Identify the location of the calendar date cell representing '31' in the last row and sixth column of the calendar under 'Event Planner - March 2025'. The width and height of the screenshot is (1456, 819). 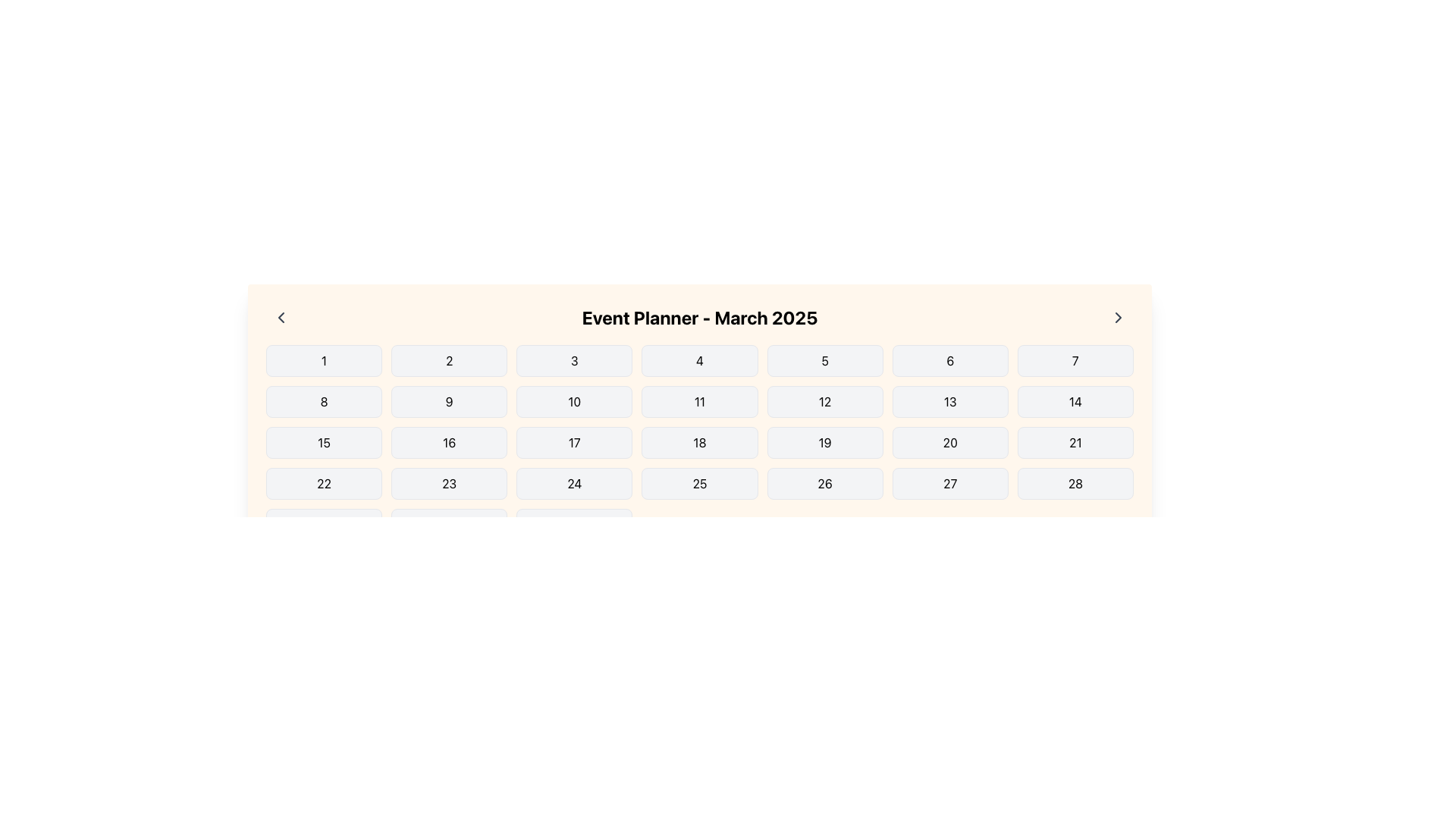
(573, 523).